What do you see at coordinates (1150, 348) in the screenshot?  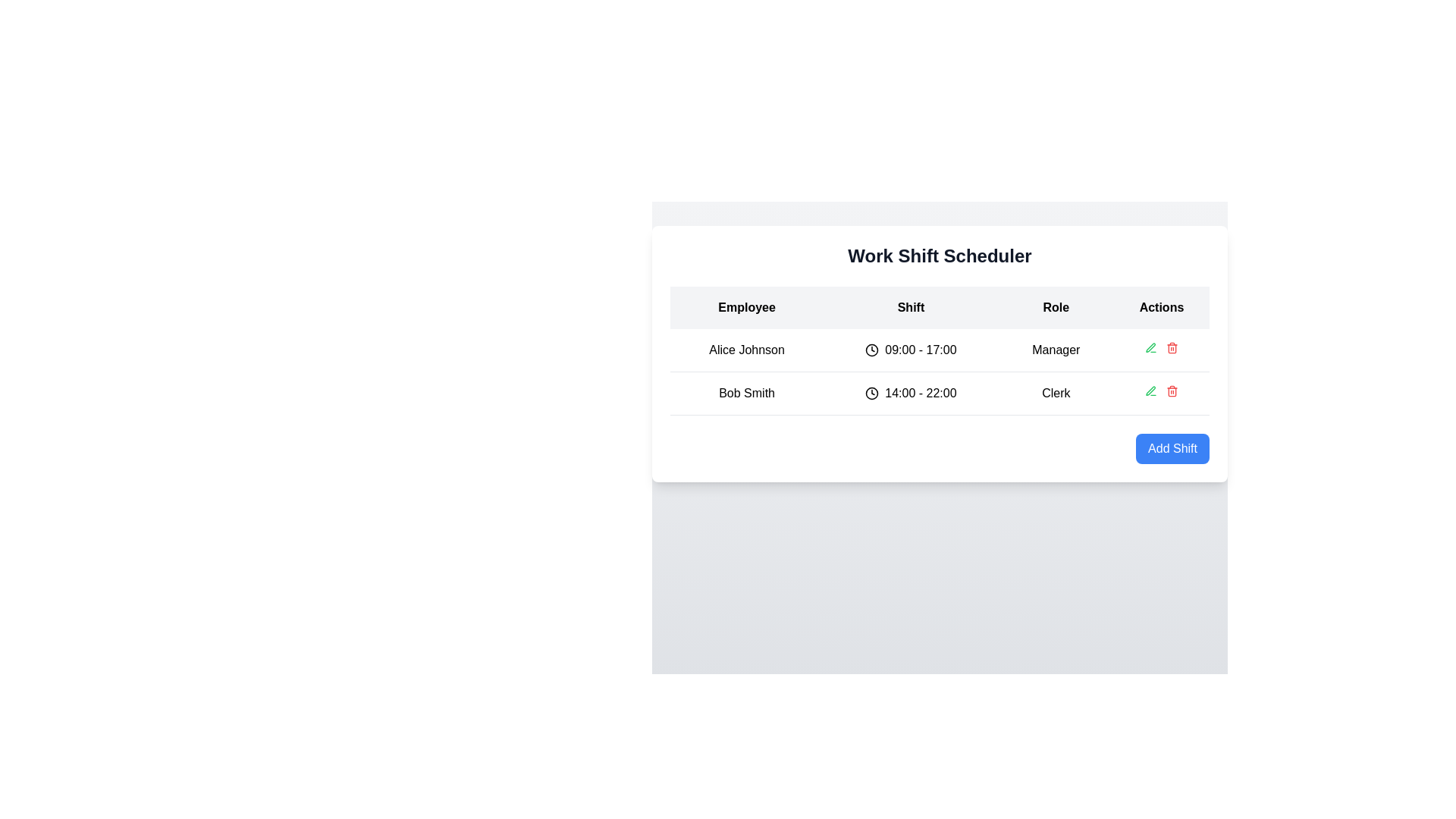 I see `the green pen icon in the 'Actions' column of the second row to initiate the edit operation` at bounding box center [1150, 348].